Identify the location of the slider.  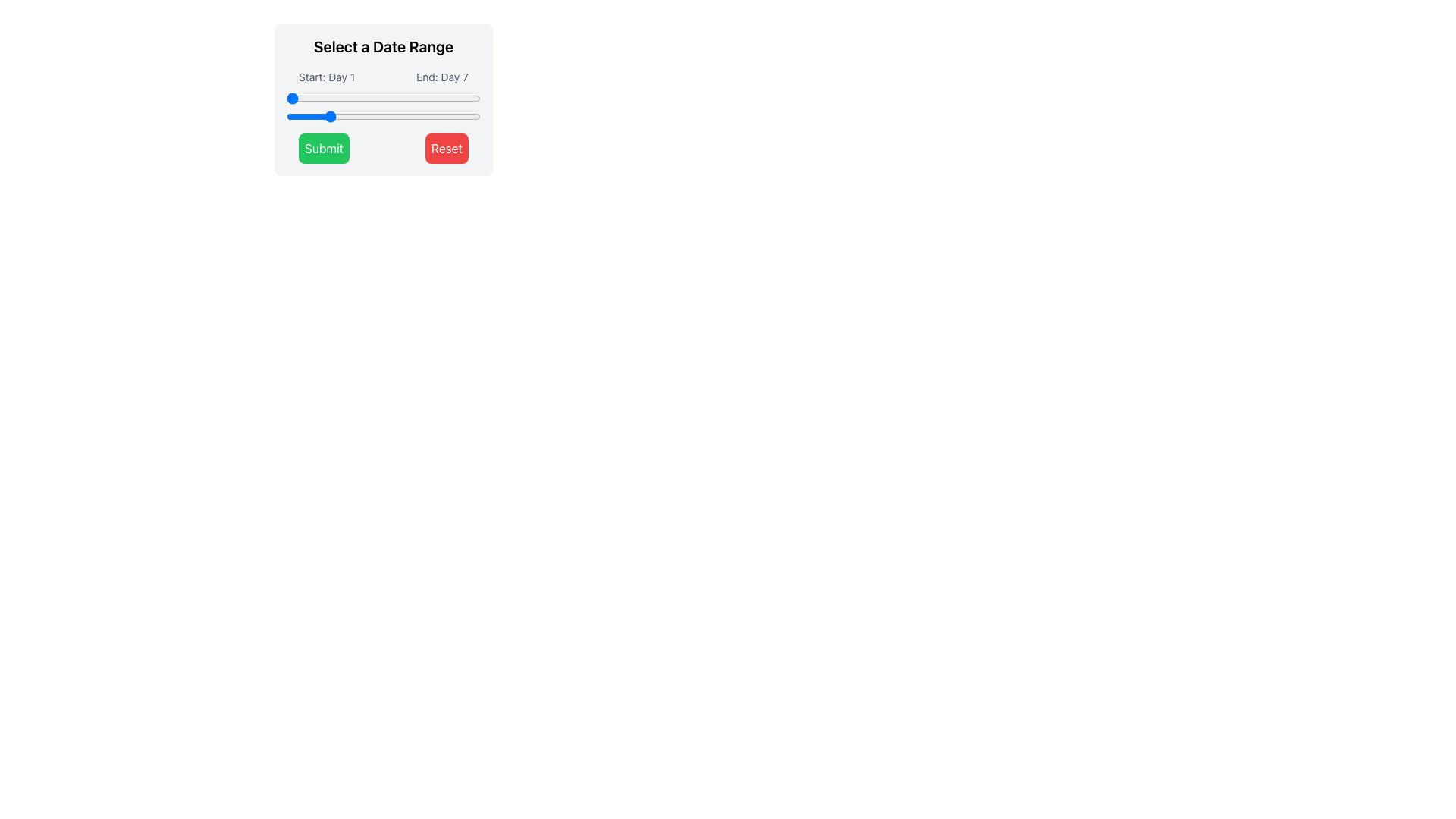
(300, 99).